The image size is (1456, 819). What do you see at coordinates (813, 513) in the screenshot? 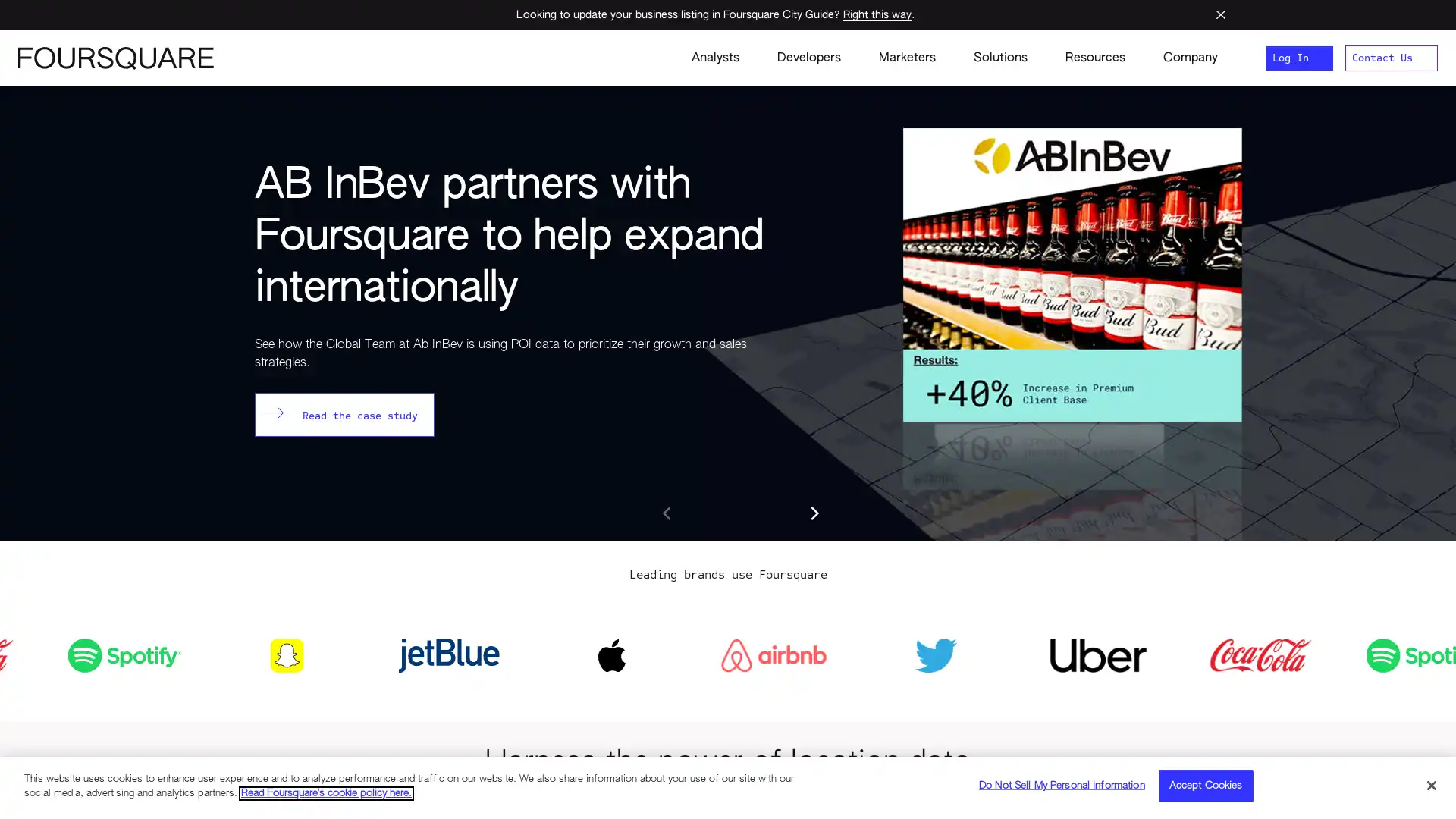
I see `Next` at bounding box center [813, 513].